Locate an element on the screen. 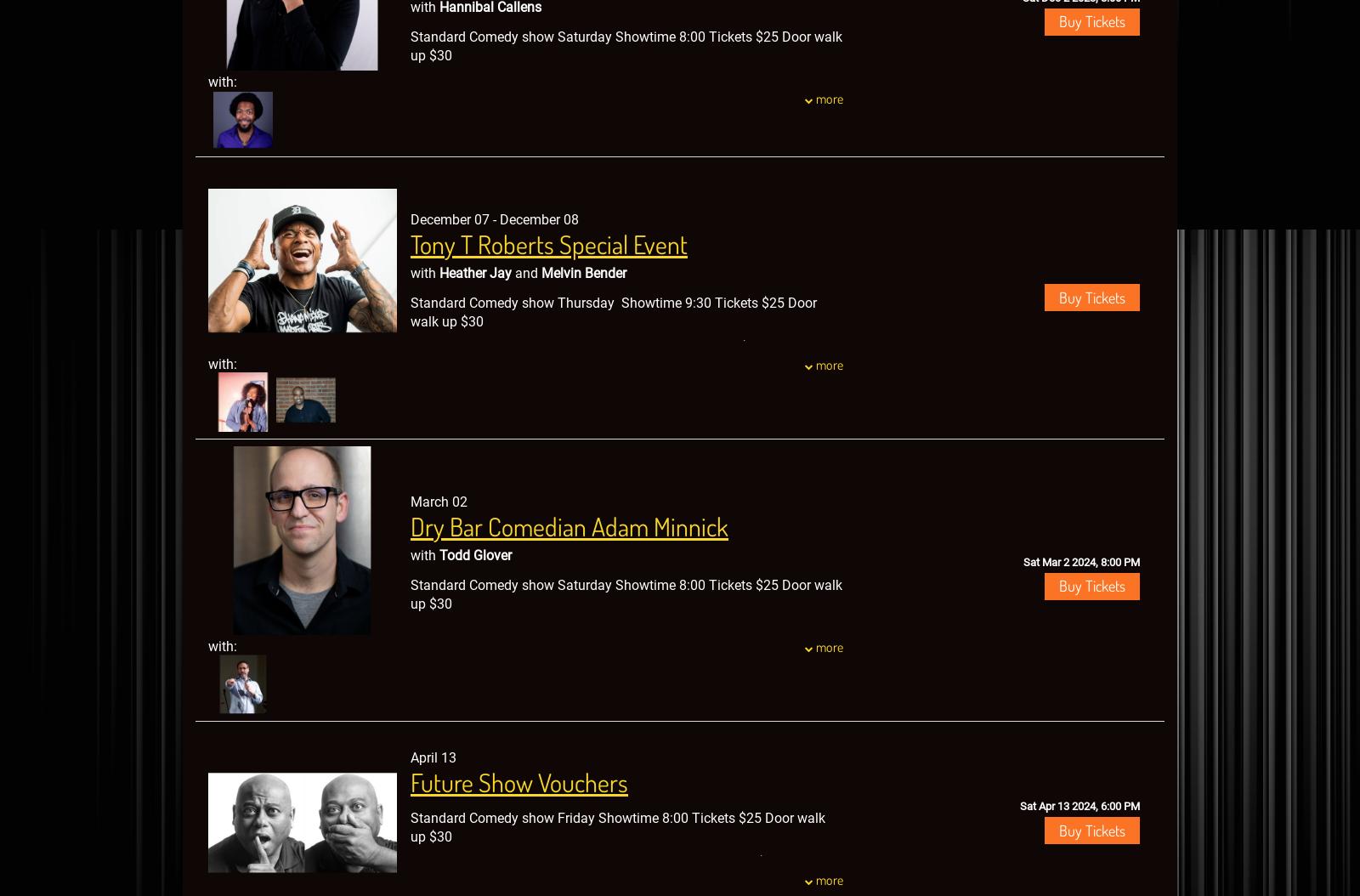  'March 02' is located at coordinates (438, 501).